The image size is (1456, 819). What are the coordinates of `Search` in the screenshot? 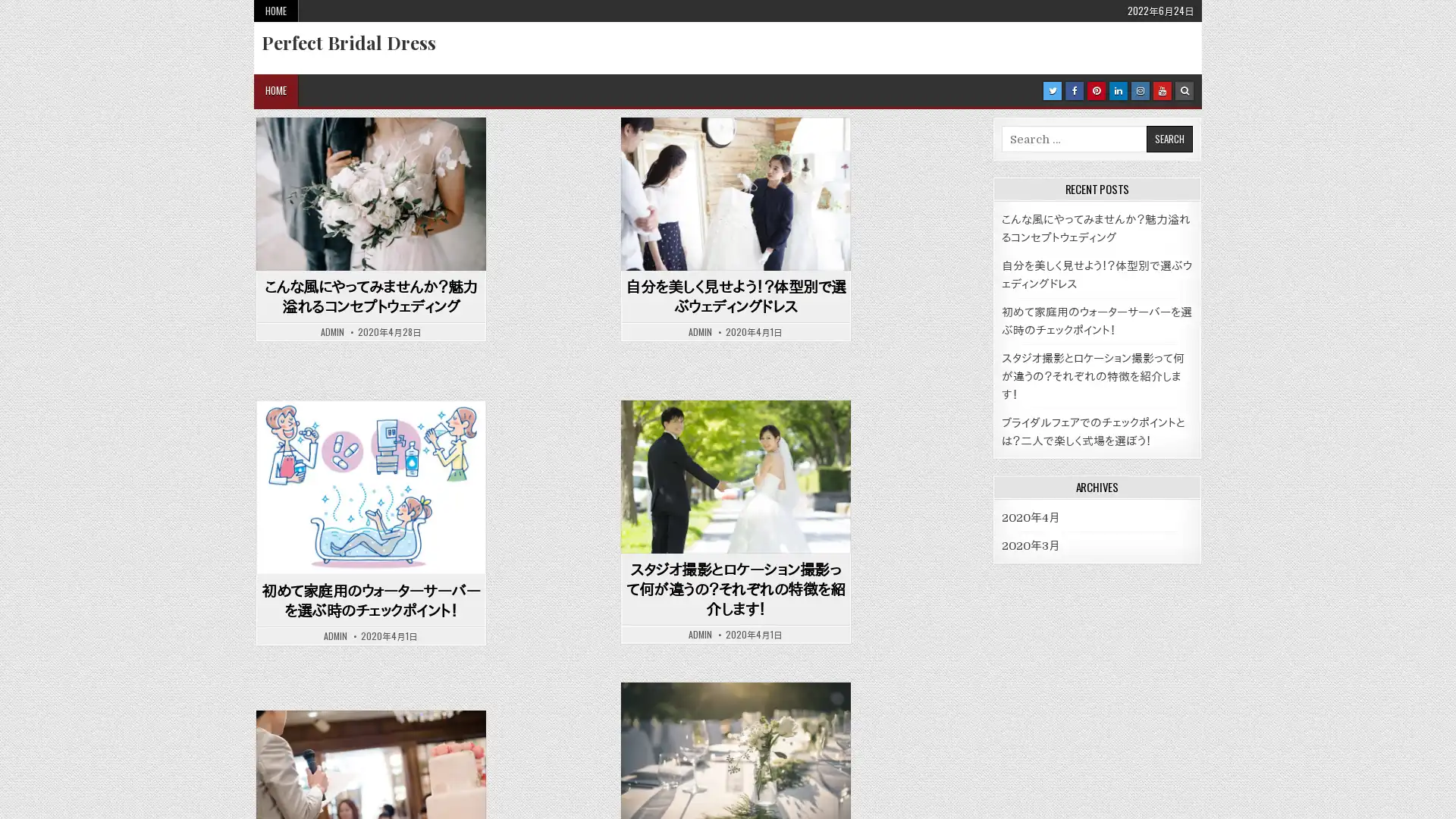 It's located at (1148, 717).